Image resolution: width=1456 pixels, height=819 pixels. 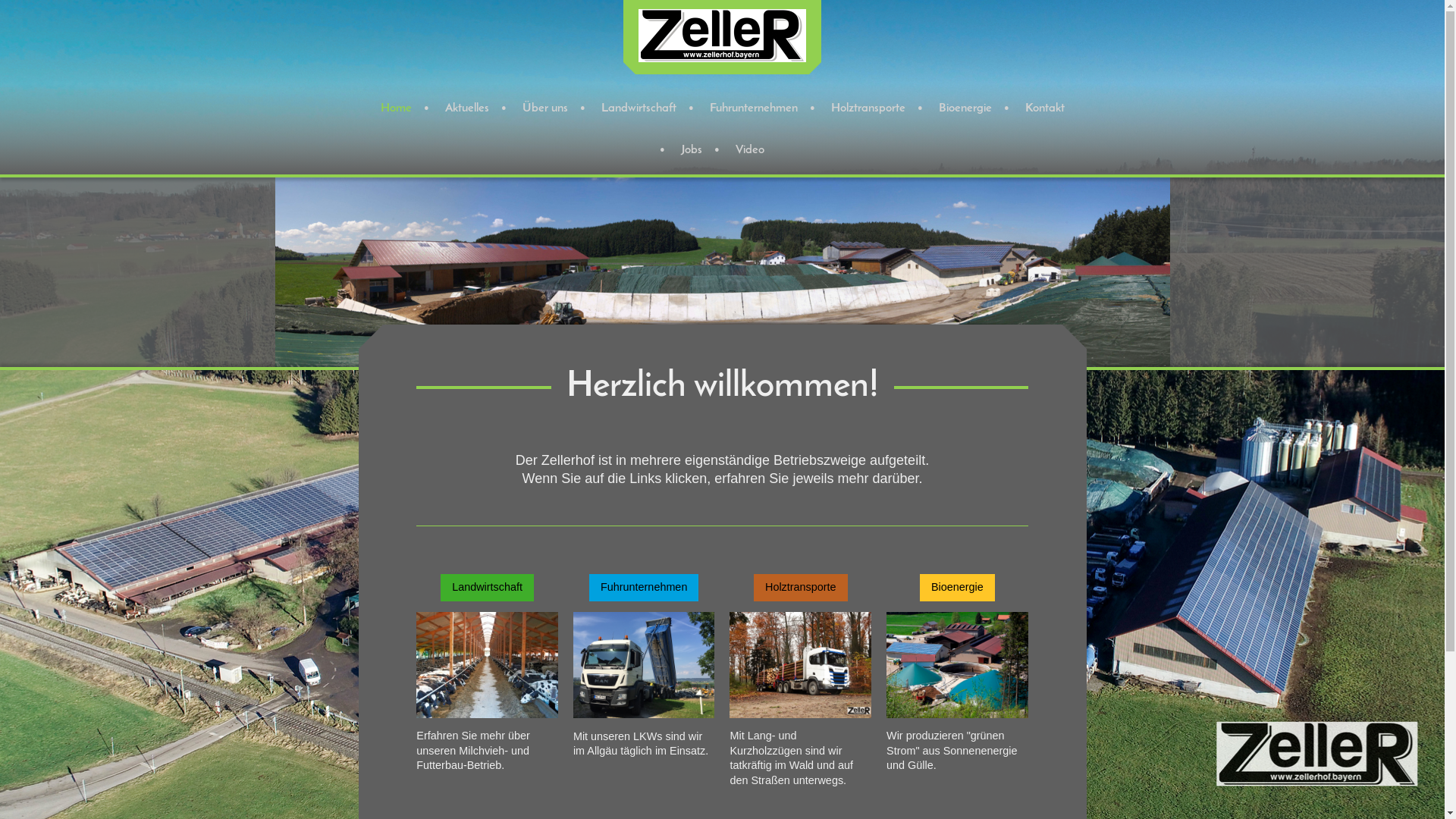 What do you see at coordinates (638, 108) in the screenshot?
I see `'Landwirtschaft'` at bounding box center [638, 108].